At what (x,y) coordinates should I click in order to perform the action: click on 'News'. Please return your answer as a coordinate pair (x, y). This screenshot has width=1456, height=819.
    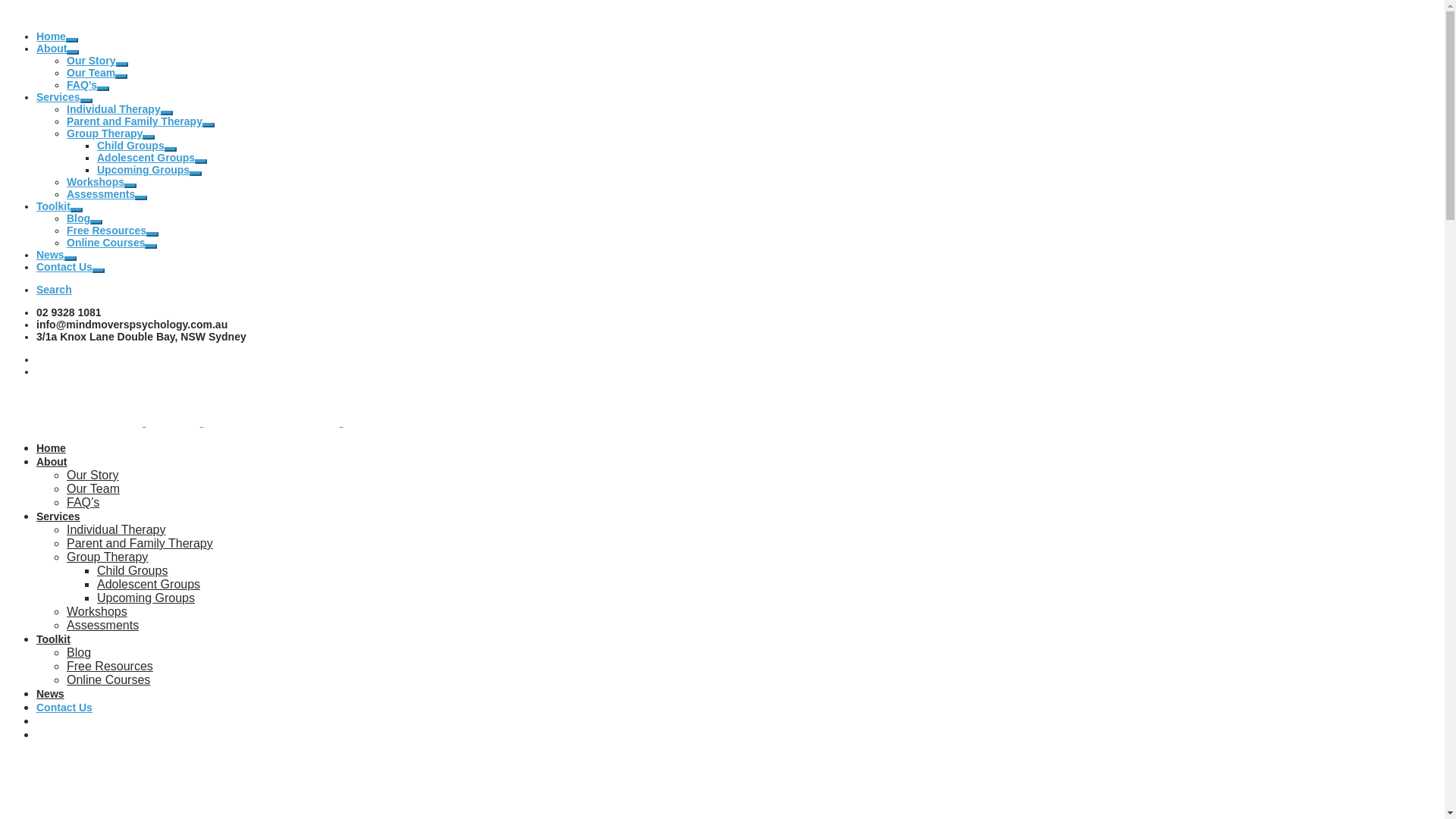
    Looking at the image, I should click on (50, 693).